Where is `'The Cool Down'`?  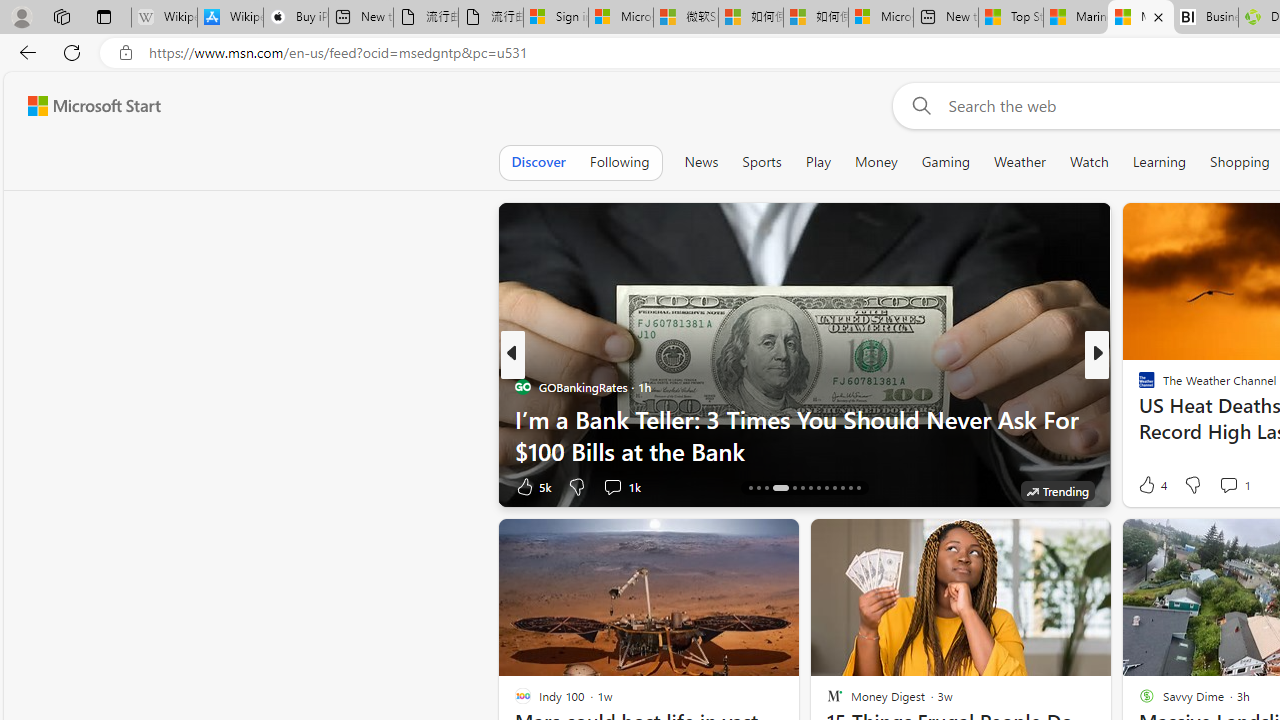
'The Cool Down' is located at coordinates (1138, 387).